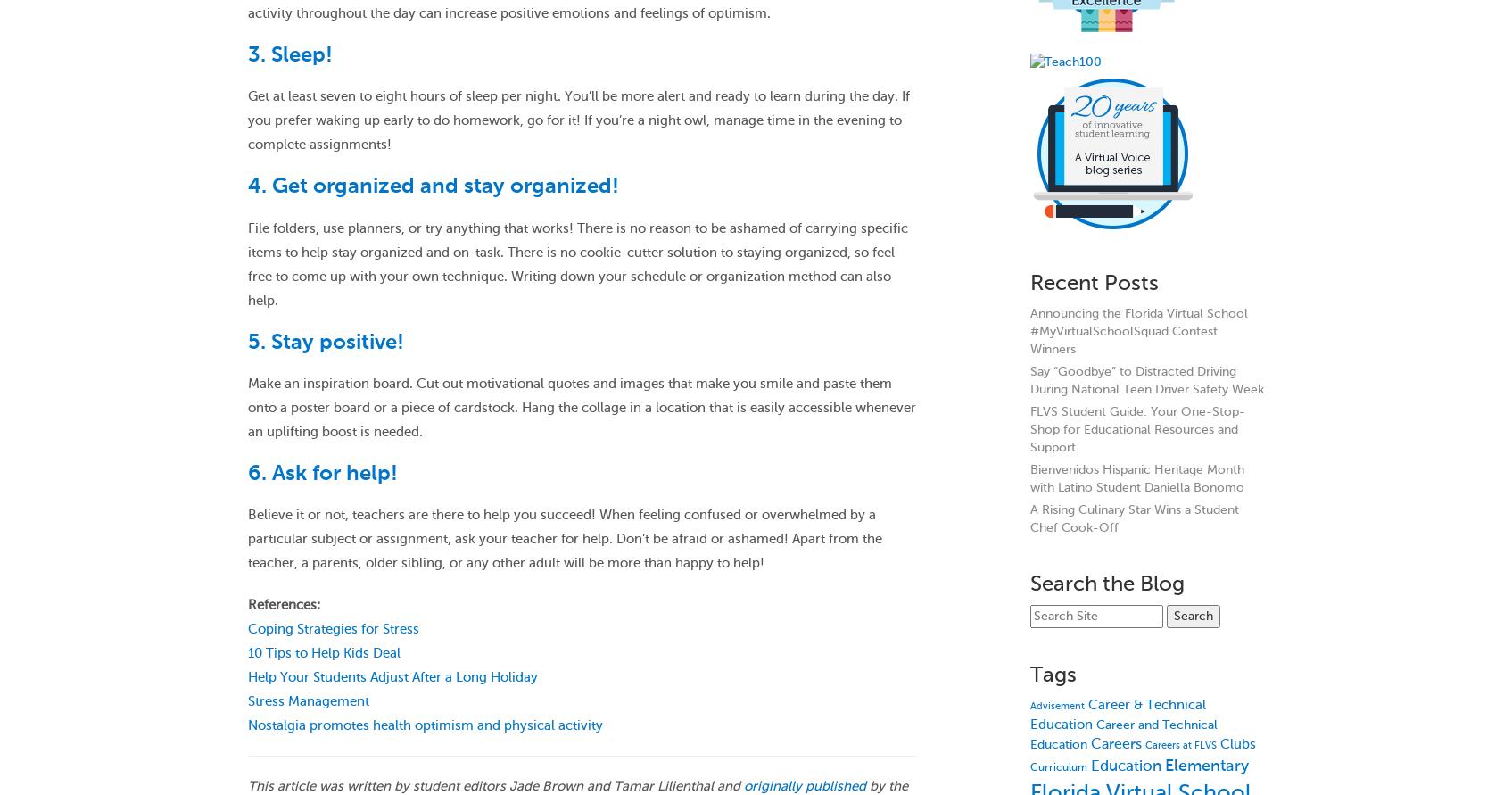 This screenshot has width=1512, height=795. What do you see at coordinates (1133, 518) in the screenshot?
I see `'A Rising Culinary Star Wins a Student Chef Cook-Off'` at bounding box center [1133, 518].